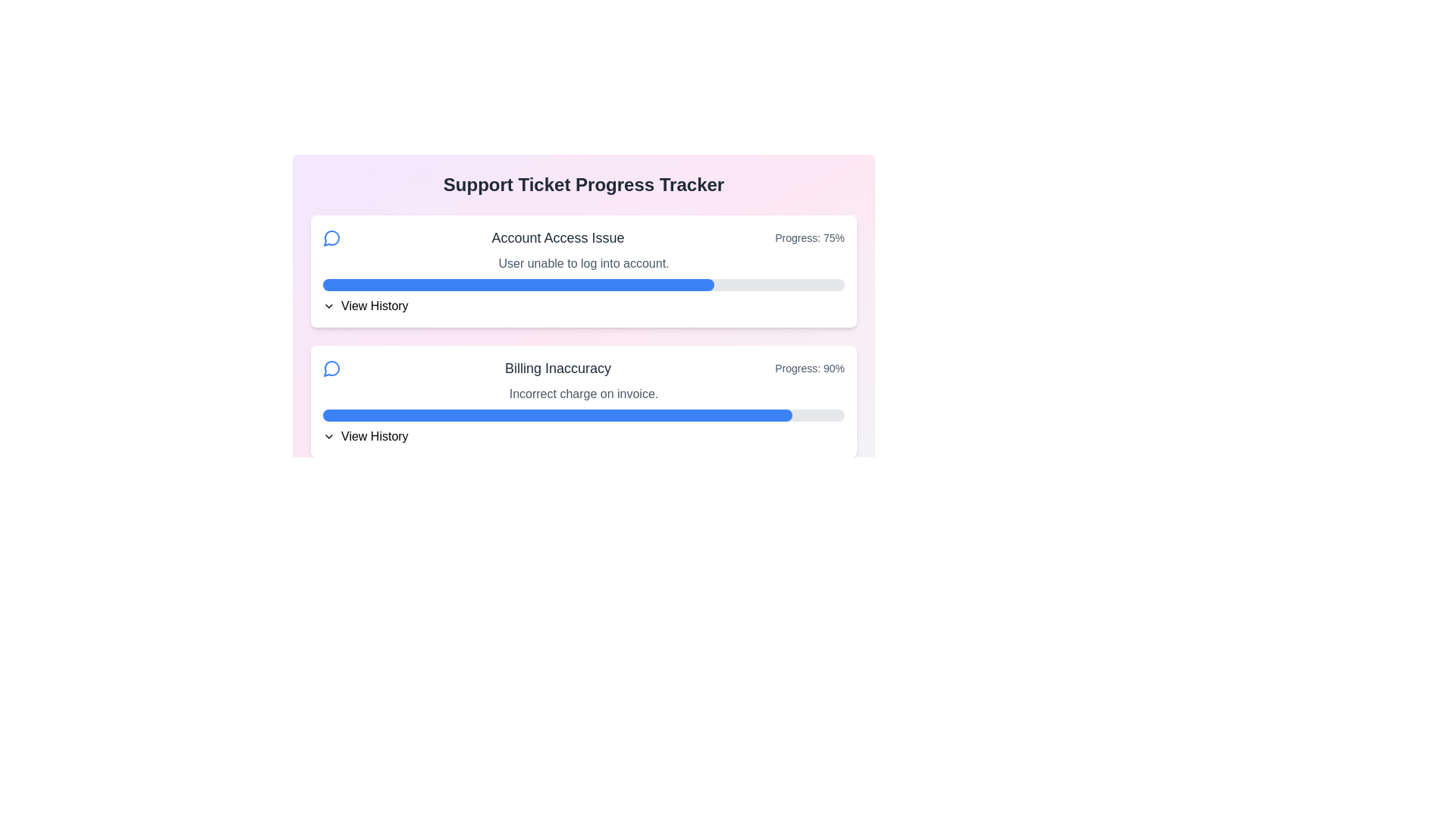 The height and width of the screenshot is (819, 1456). Describe the element at coordinates (582, 184) in the screenshot. I see `the Header text which serves as the title for the section, providing context to the content that follows` at that location.